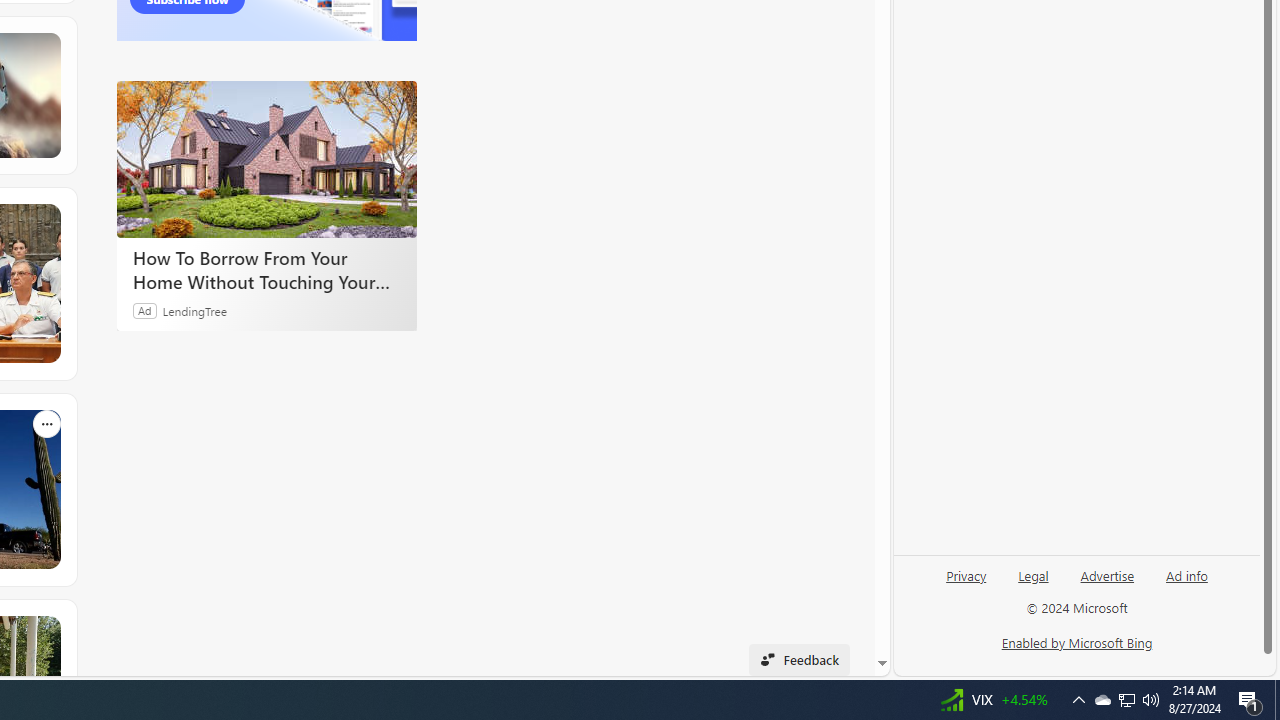 This screenshot has height=720, width=1280. What do you see at coordinates (265, 158) in the screenshot?
I see `'How To Borrow From Your Home Without Touching Your Mortgage'` at bounding box center [265, 158].